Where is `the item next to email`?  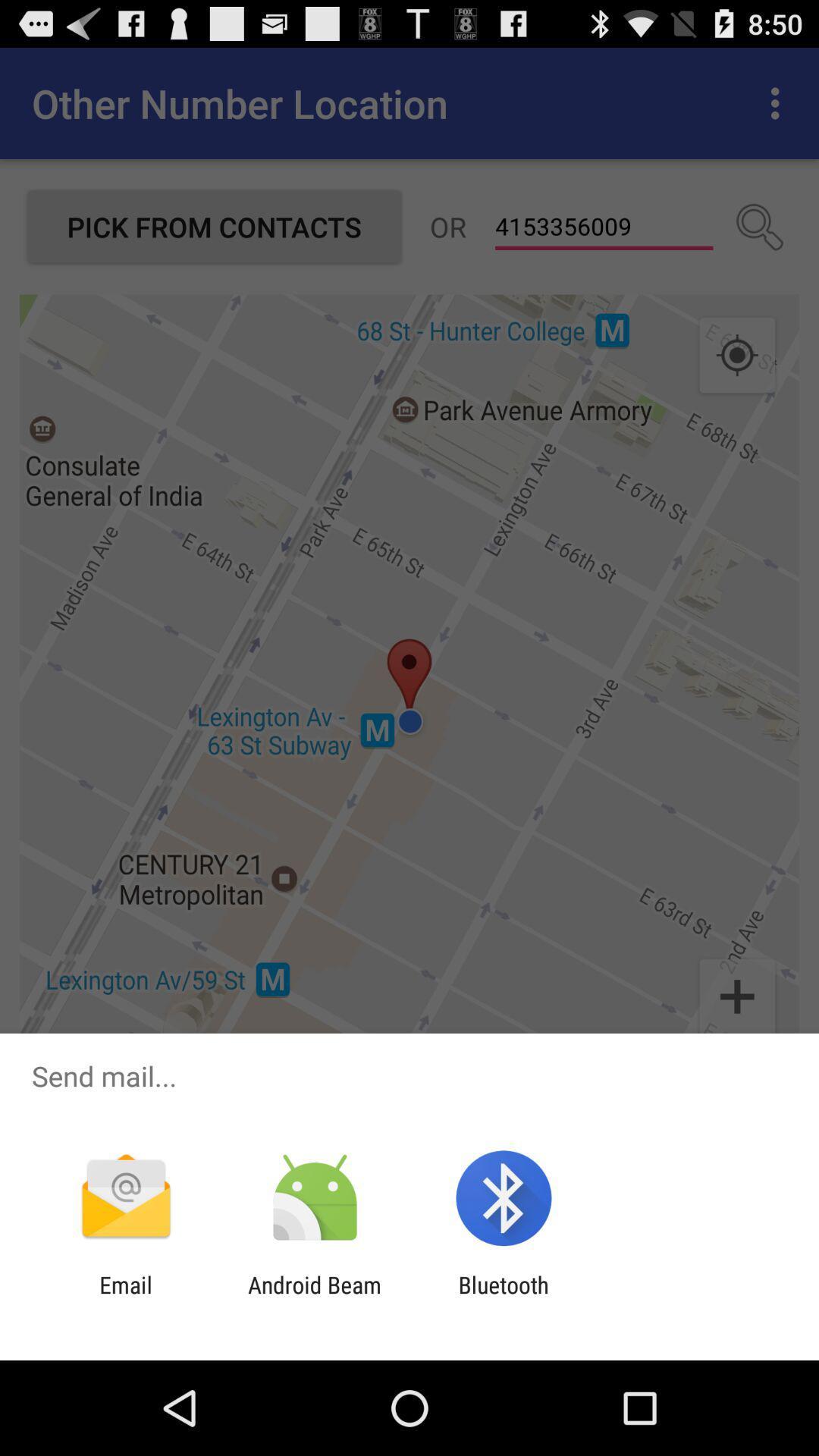
the item next to email is located at coordinates (314, 1298).